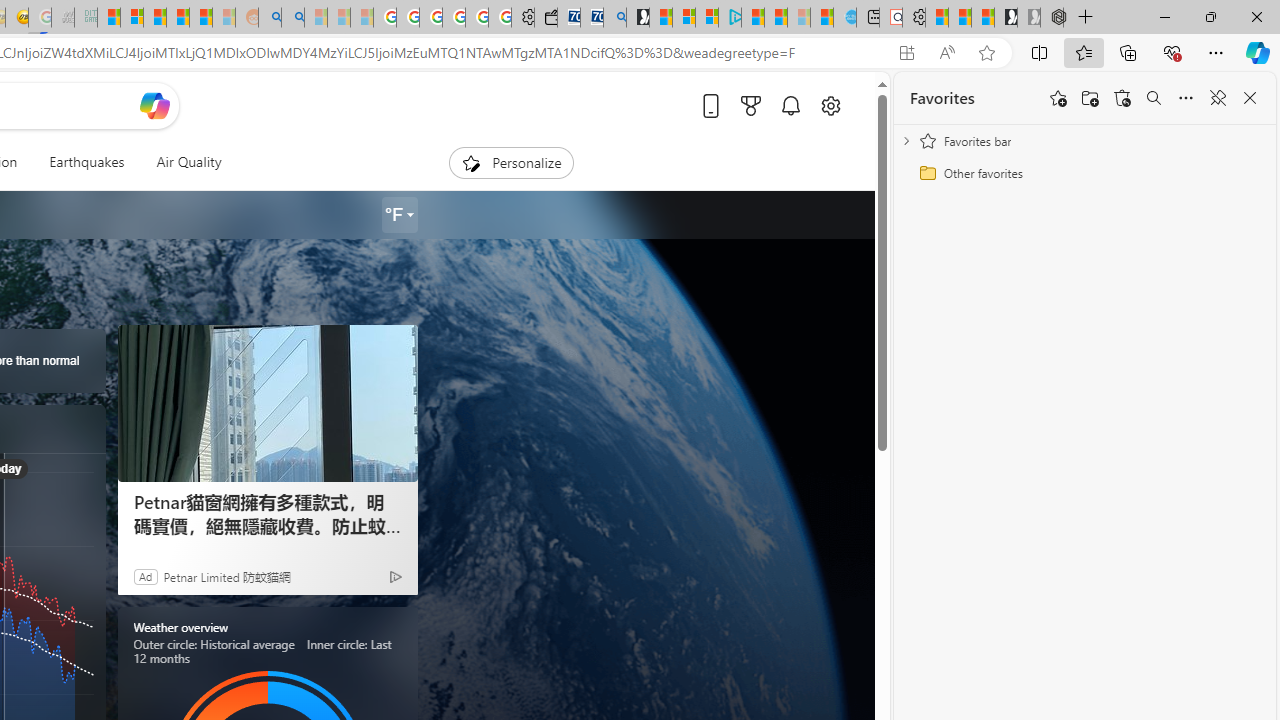 The width and height of the screenshot is (1280, 720). Describe the element at coordinates (1249, 98) in the screenshot. I see `'Close favorites'` at that location.